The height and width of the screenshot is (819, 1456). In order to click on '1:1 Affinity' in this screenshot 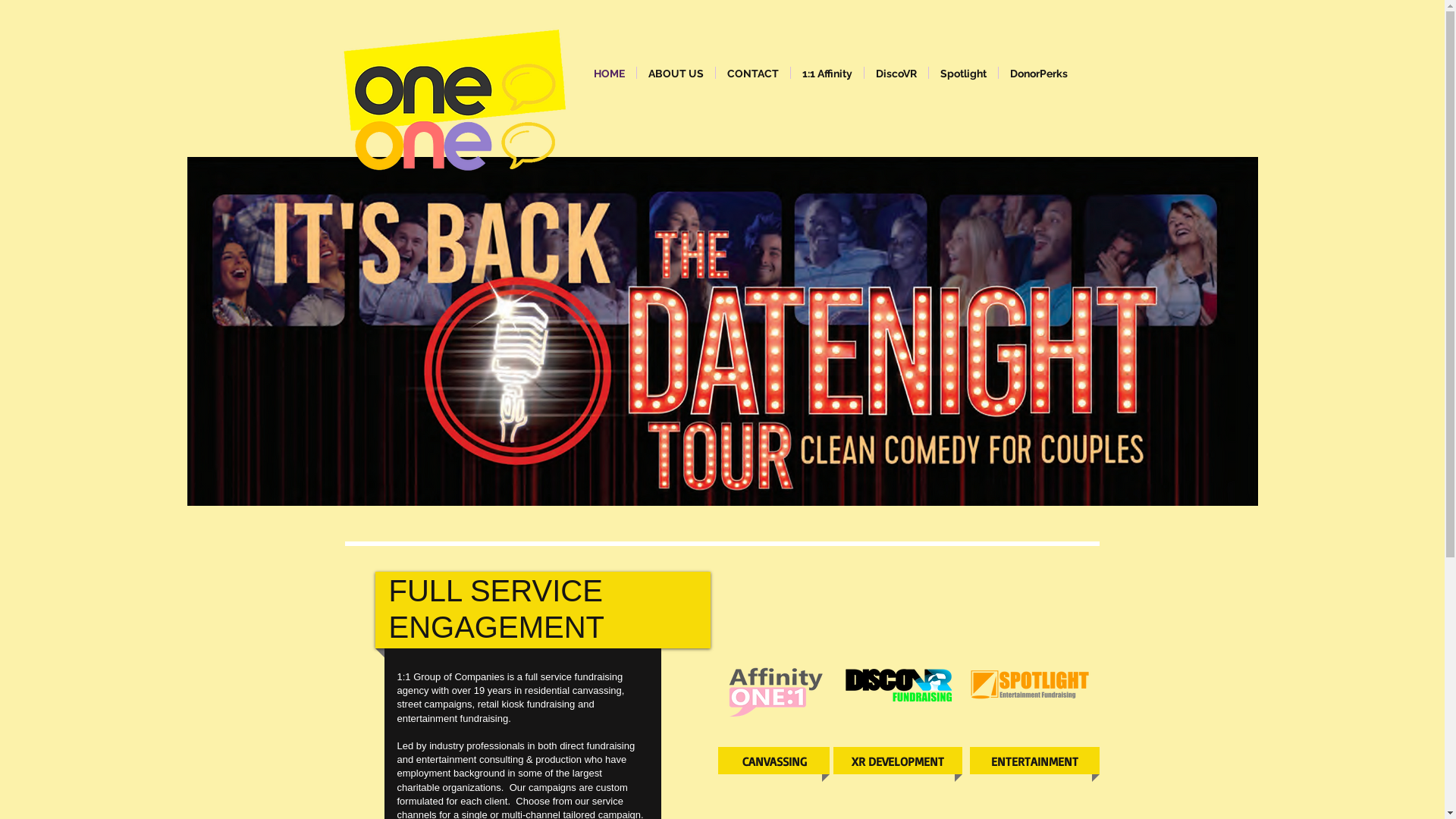, I will do `click(825, 73)`.